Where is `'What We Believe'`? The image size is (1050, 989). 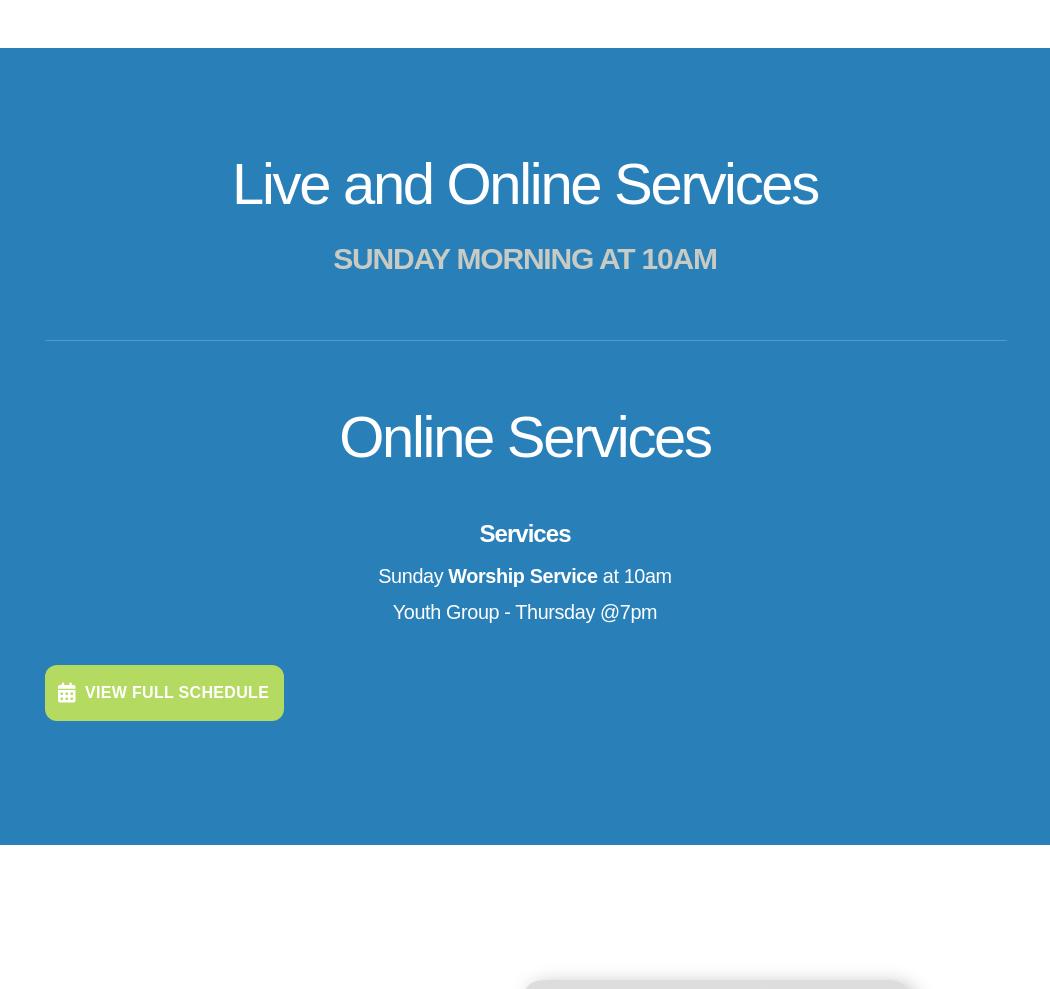
'What We Believe' is located at coordinates (119, 830).